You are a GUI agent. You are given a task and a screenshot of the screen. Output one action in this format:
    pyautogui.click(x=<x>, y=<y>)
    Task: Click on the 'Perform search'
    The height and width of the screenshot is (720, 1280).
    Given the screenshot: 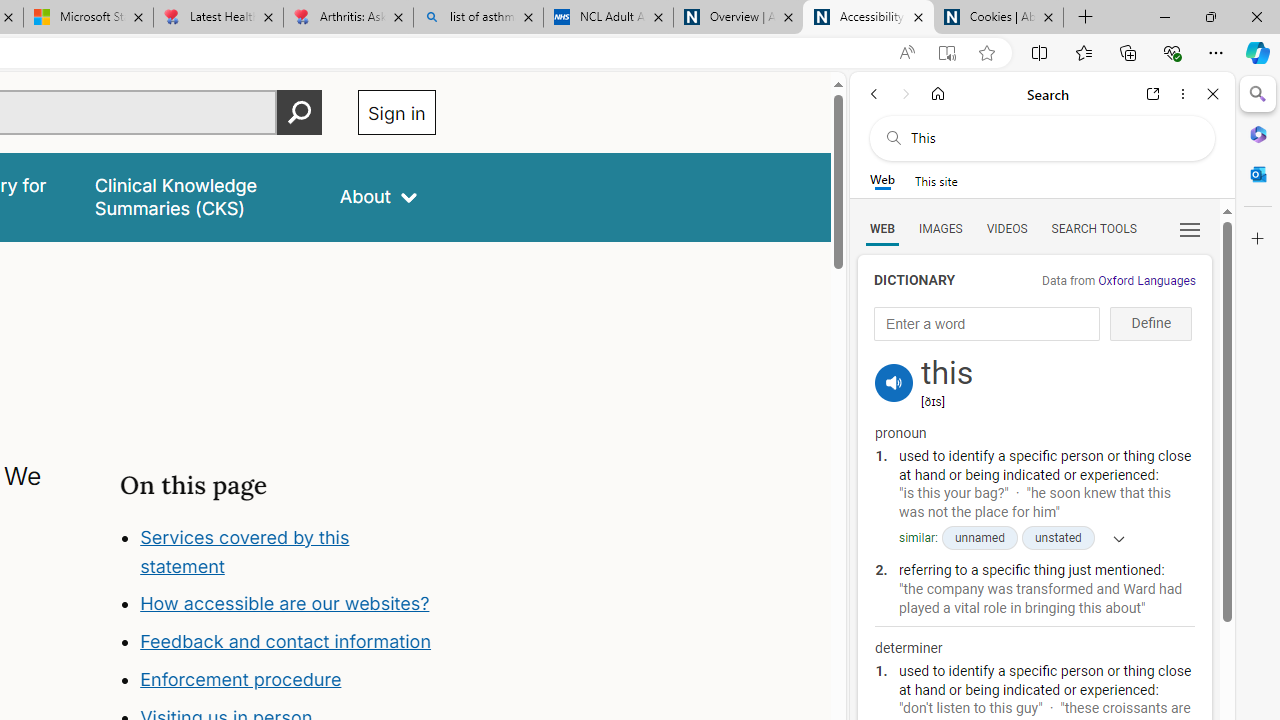 What is the action you would take?
    pyautogui.click(x=298, y=112)
    